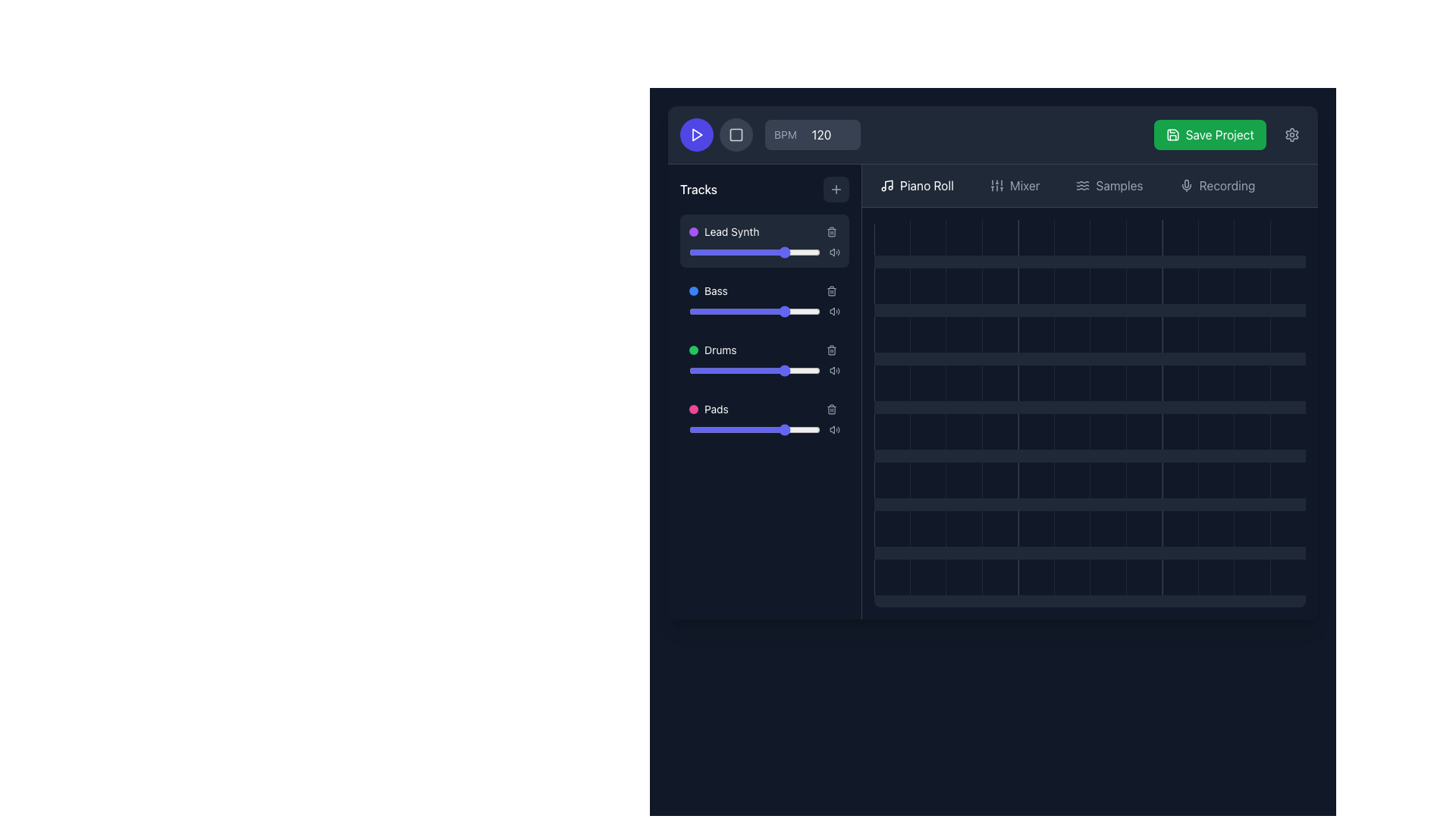  What do you see at coordinates (1108, 480) in the screenshot?
I see `the grid cell element located in the last row and seventh column of the grid layout, which has a dark gray background and no visible decorations` at bounding box center [1108, 480].